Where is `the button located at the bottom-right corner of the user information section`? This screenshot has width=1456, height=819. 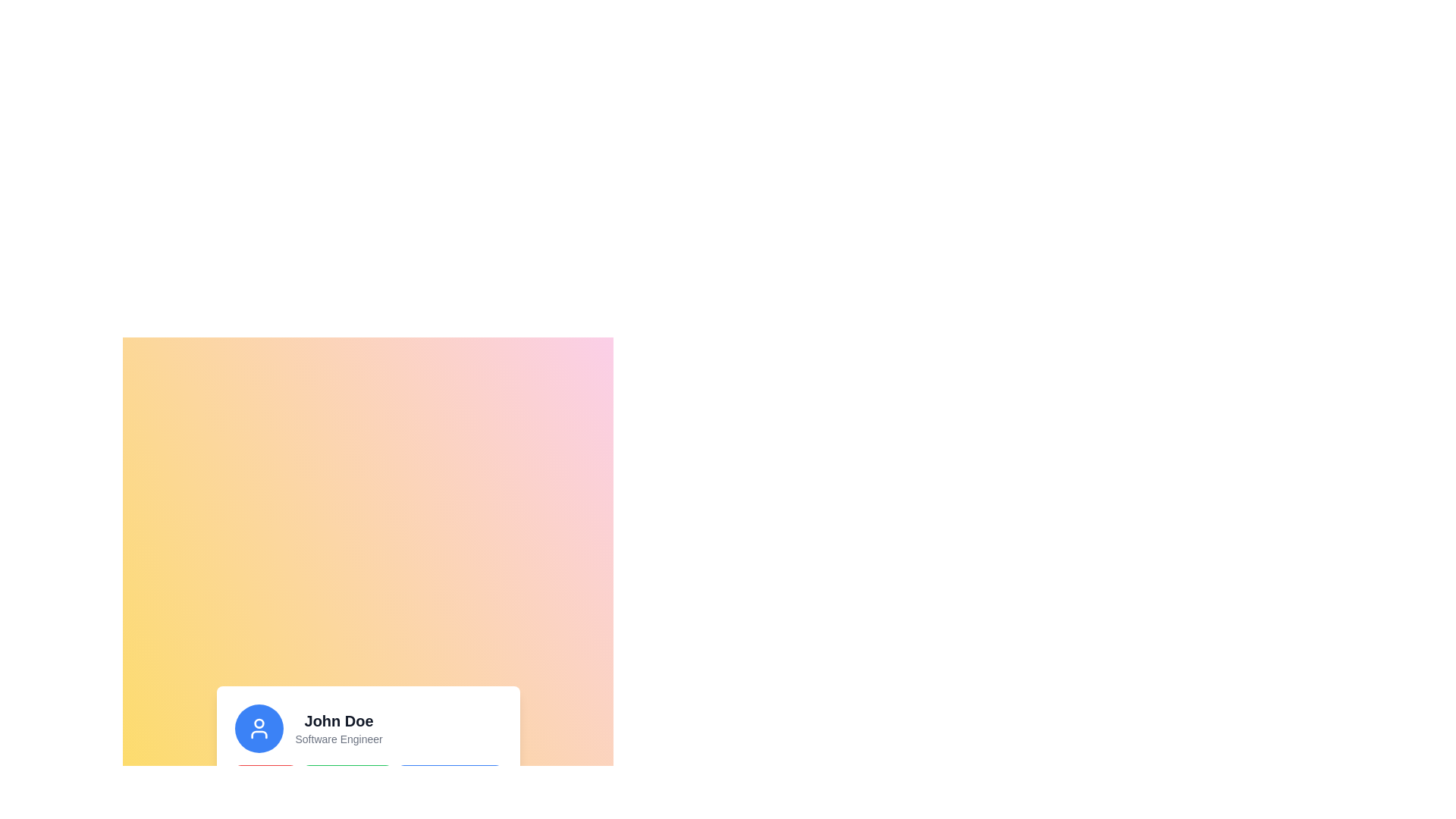 the button located at the bottom-right corner of the user information section is located at coordinates (449, 777).